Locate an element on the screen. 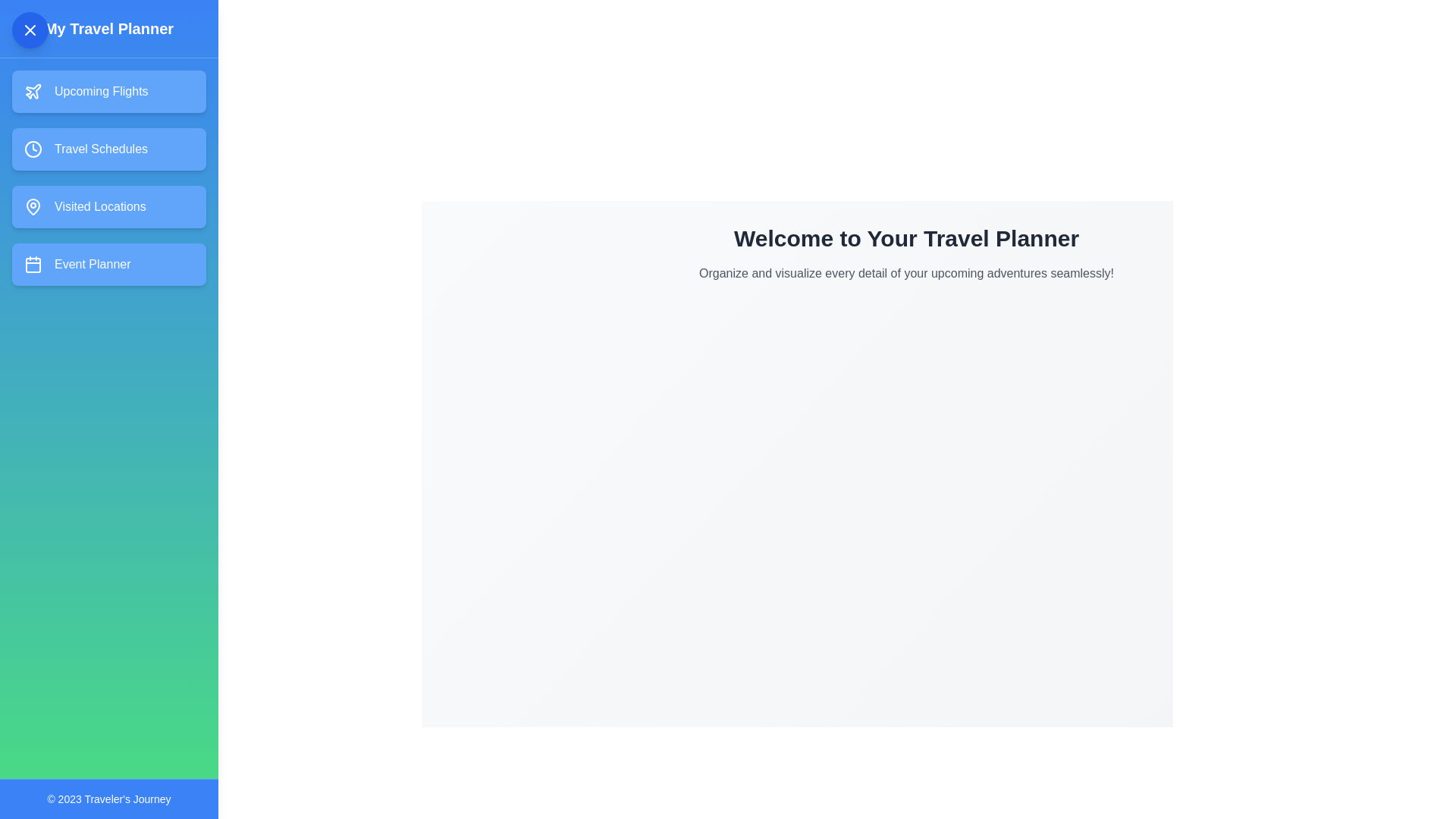 The image size is (1456, 819). the navigation button for 'Travel Schedules' located in the sidebar, which is the second button below 'Upcoming Flights' is located at coordinates (108, 149).